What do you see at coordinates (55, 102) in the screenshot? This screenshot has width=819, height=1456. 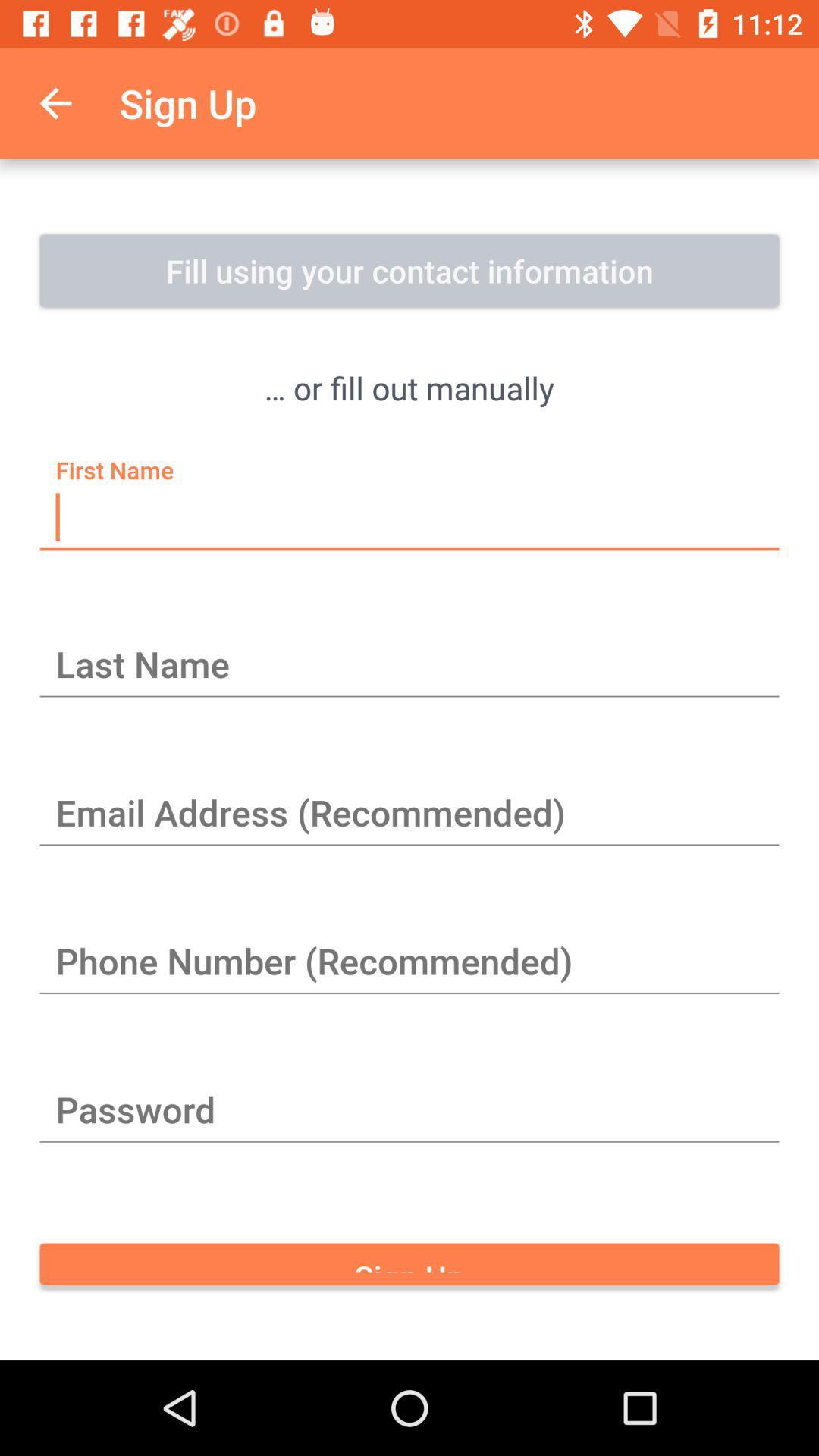 I see `the item above the fill using your icon` at bounding box center [55, 102].